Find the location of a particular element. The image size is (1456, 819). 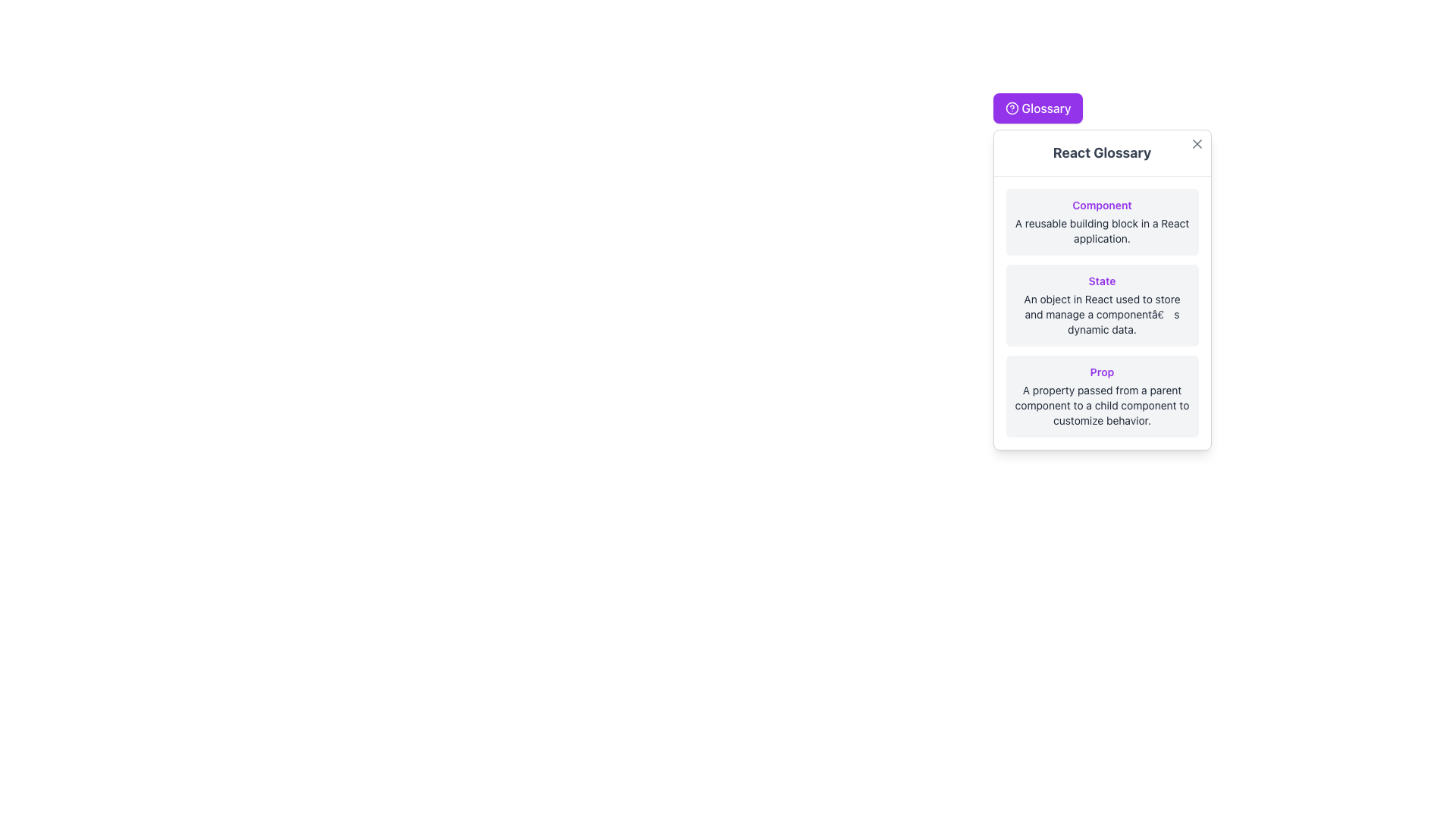

the hollow SVG circle graphic located in the top-right corner of the interface, which is above the 'React Glossary' label is located at coordinates (1012, 107).